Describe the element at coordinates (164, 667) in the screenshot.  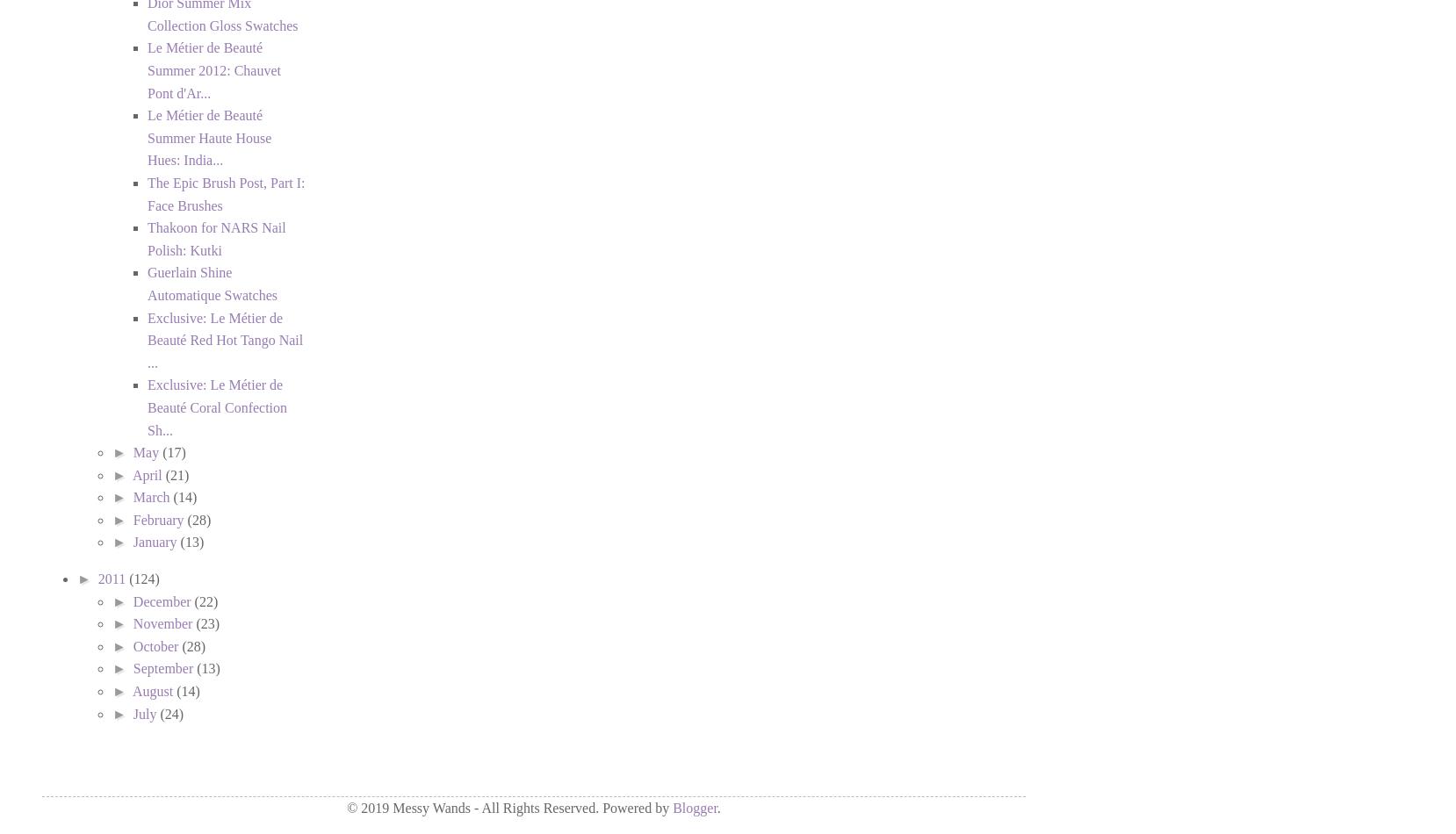
I see `'September'` at that location.